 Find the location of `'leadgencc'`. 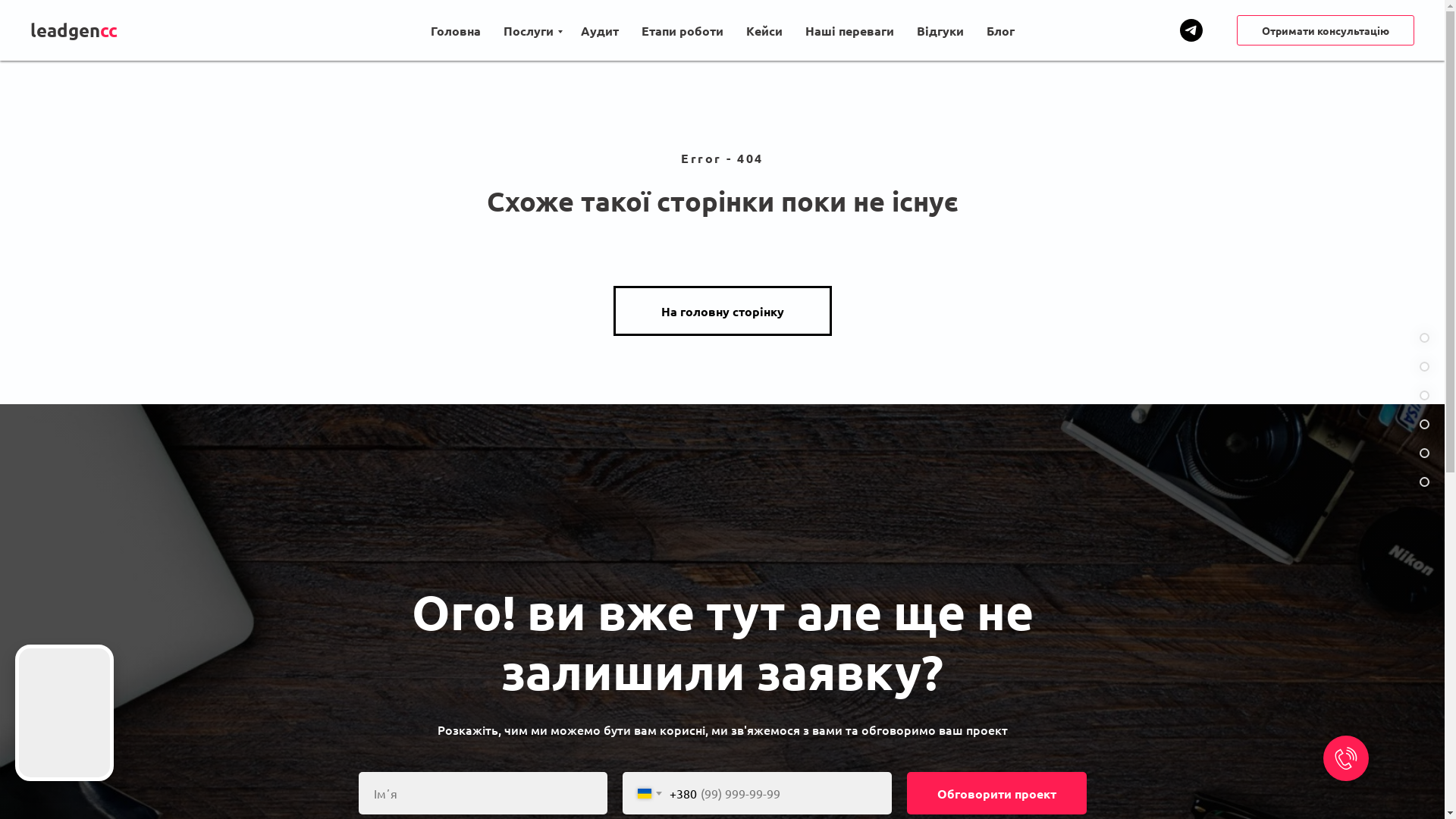

'leadgencc' is located at coordinates (84, 30).